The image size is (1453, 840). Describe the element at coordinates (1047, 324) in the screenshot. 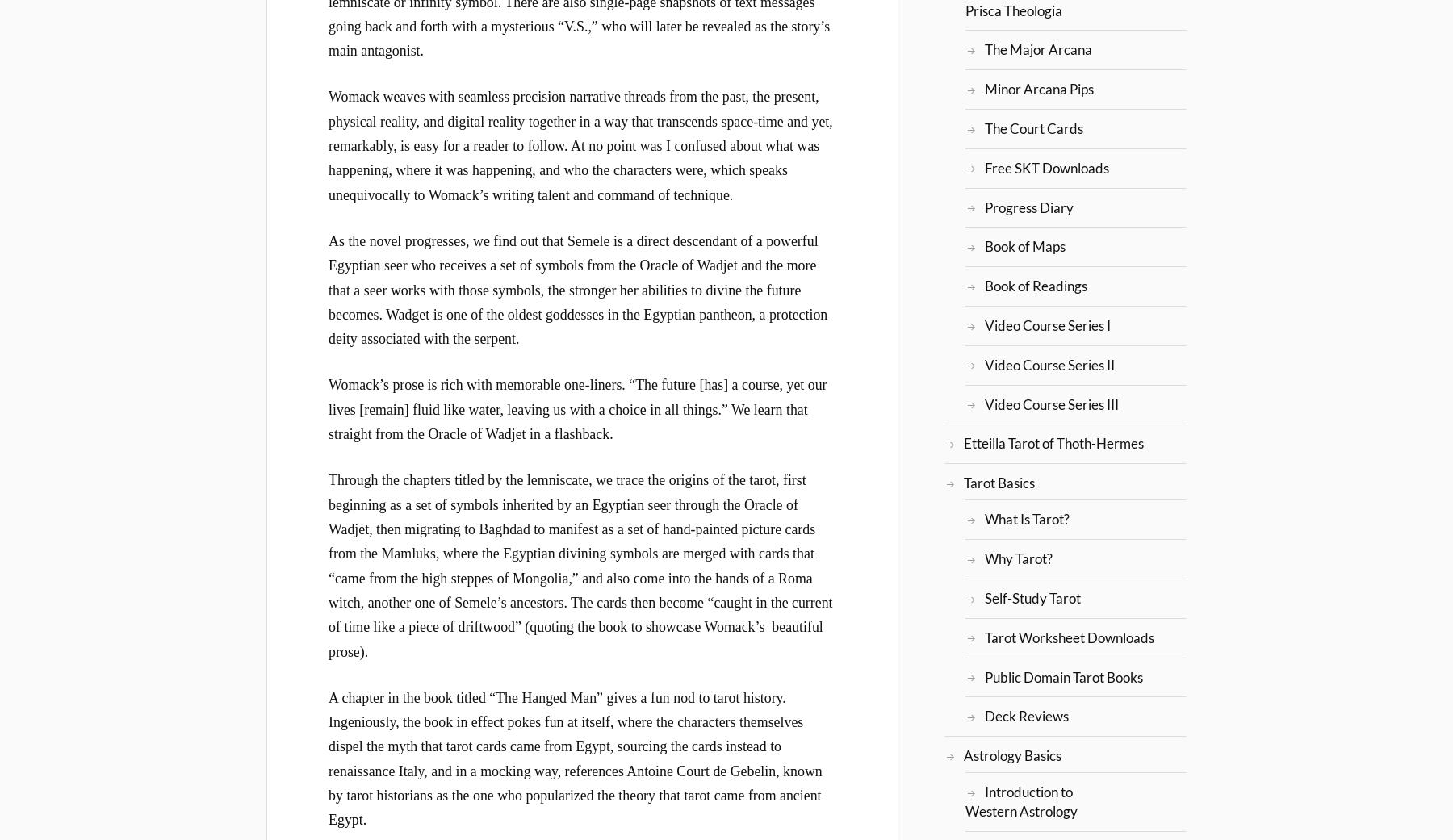

I see `'Video Course Series I'` at that location.